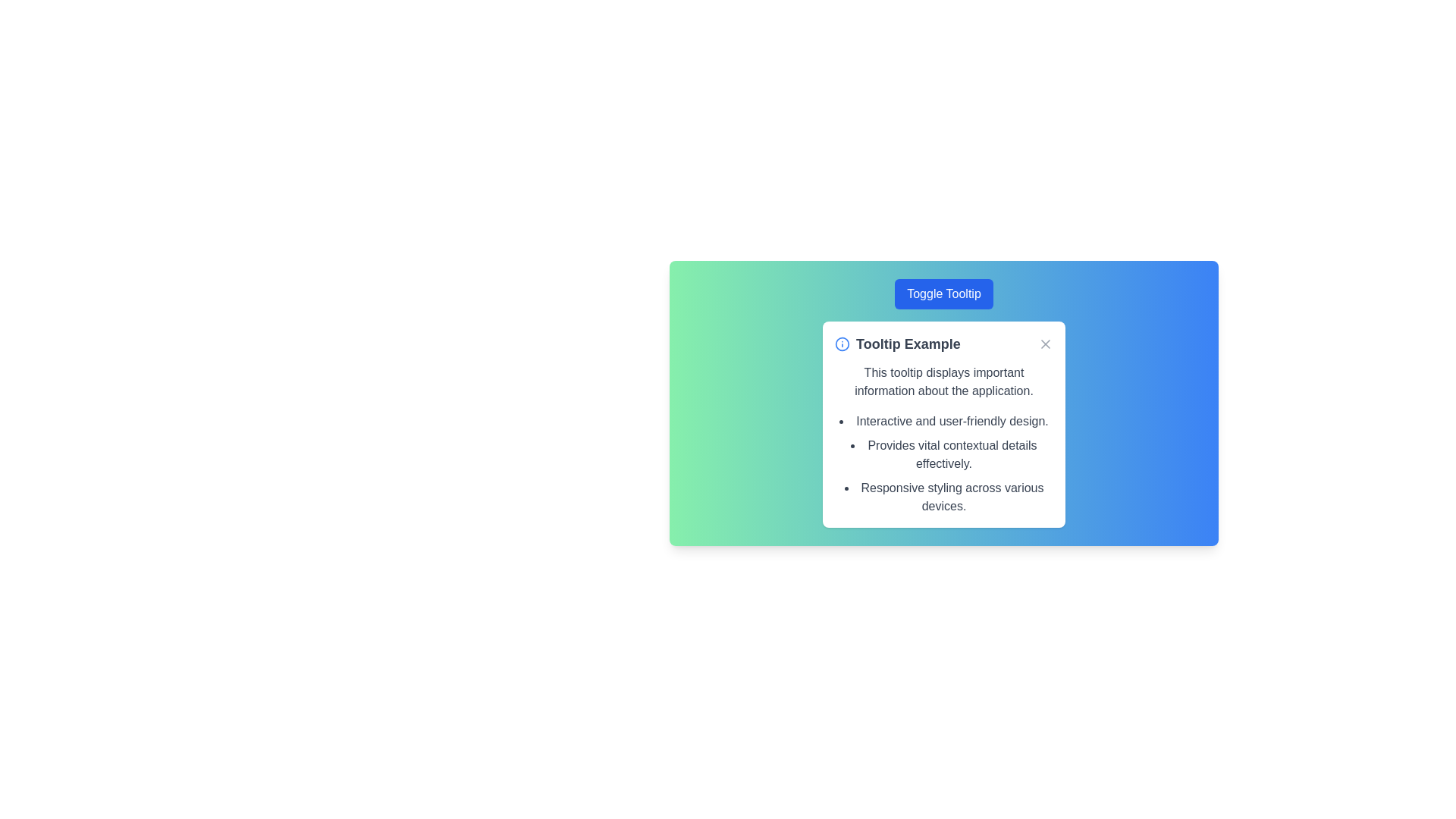  I want to click on the icon located on the left side of the title text 'Tooltip Example', which indicates important or explanatory information in the tooltip box, so click(841, 344).